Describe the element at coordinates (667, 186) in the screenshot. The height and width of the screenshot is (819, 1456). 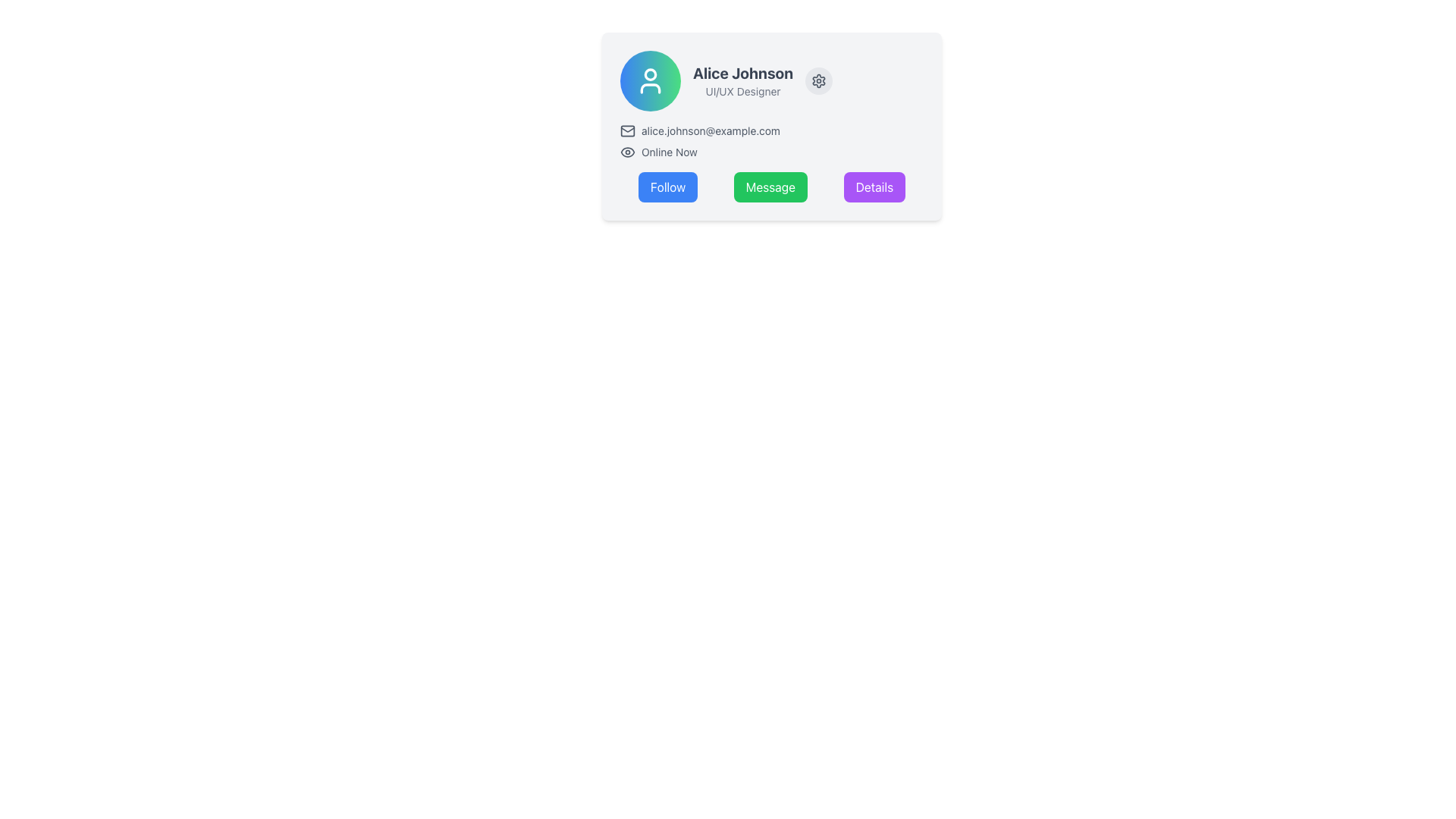
I see `the blue 'Follow' button with rounded corners to initiate the follow action` at that location.